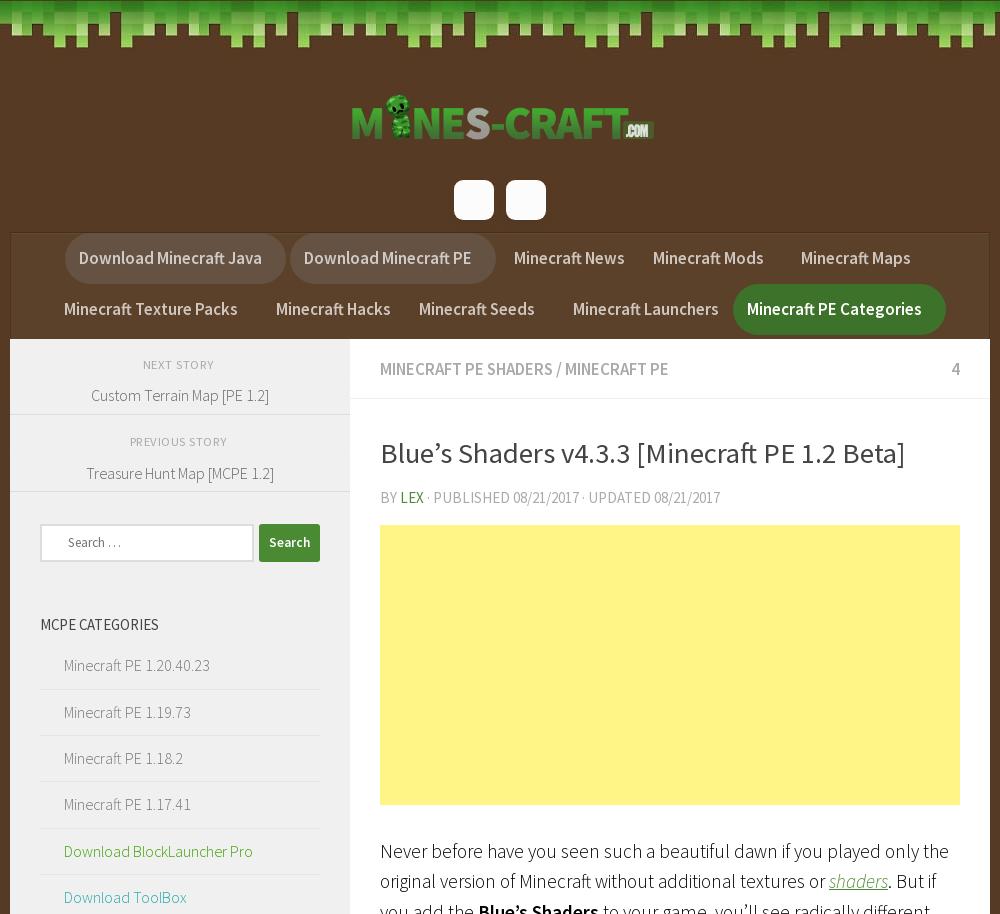 The width and height of the screenshot is (1000, 914). I want to click on 'MCPE Categories', so click(98, 622).